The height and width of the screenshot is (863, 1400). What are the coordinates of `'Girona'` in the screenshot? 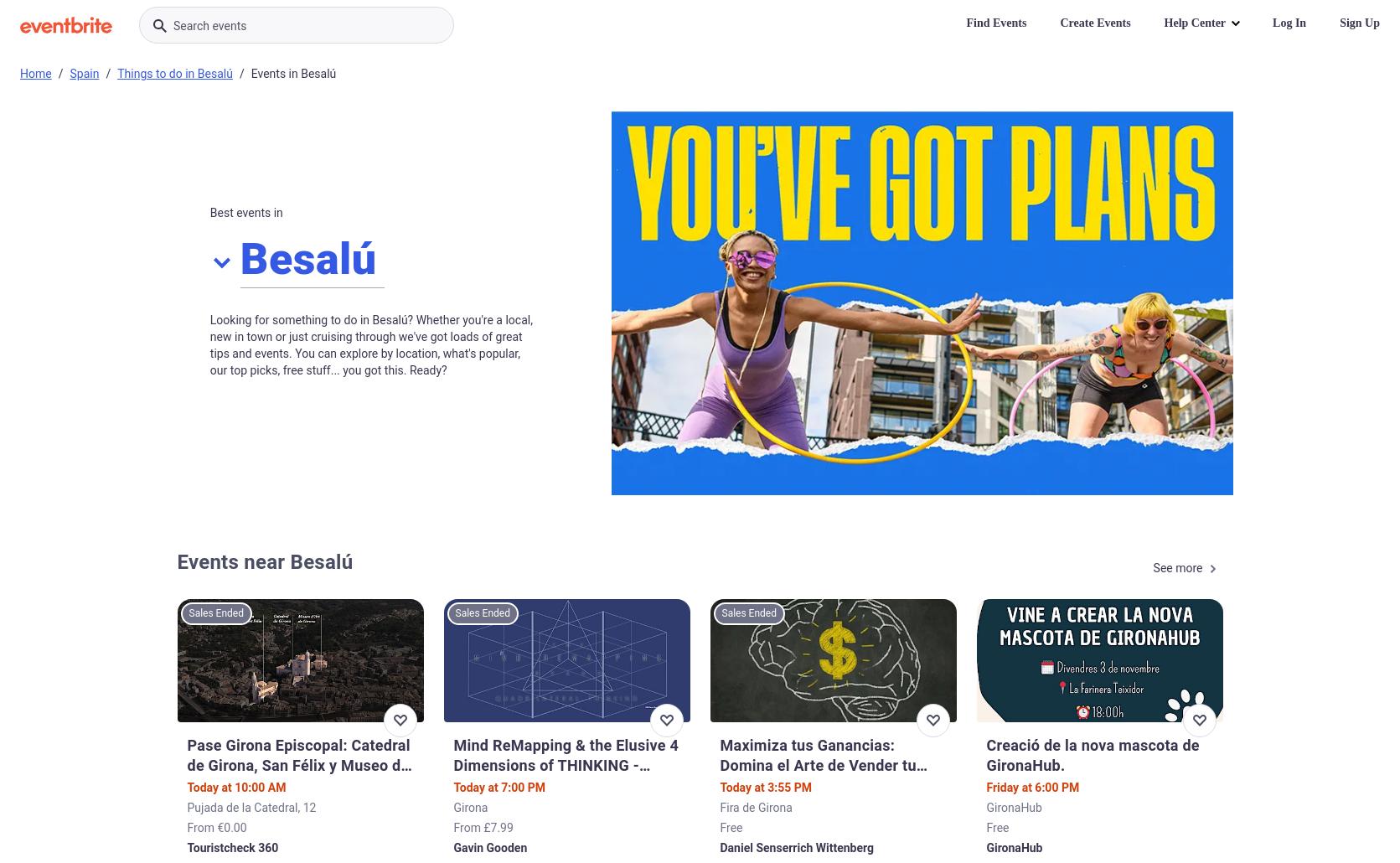 It's located at (470, 806).